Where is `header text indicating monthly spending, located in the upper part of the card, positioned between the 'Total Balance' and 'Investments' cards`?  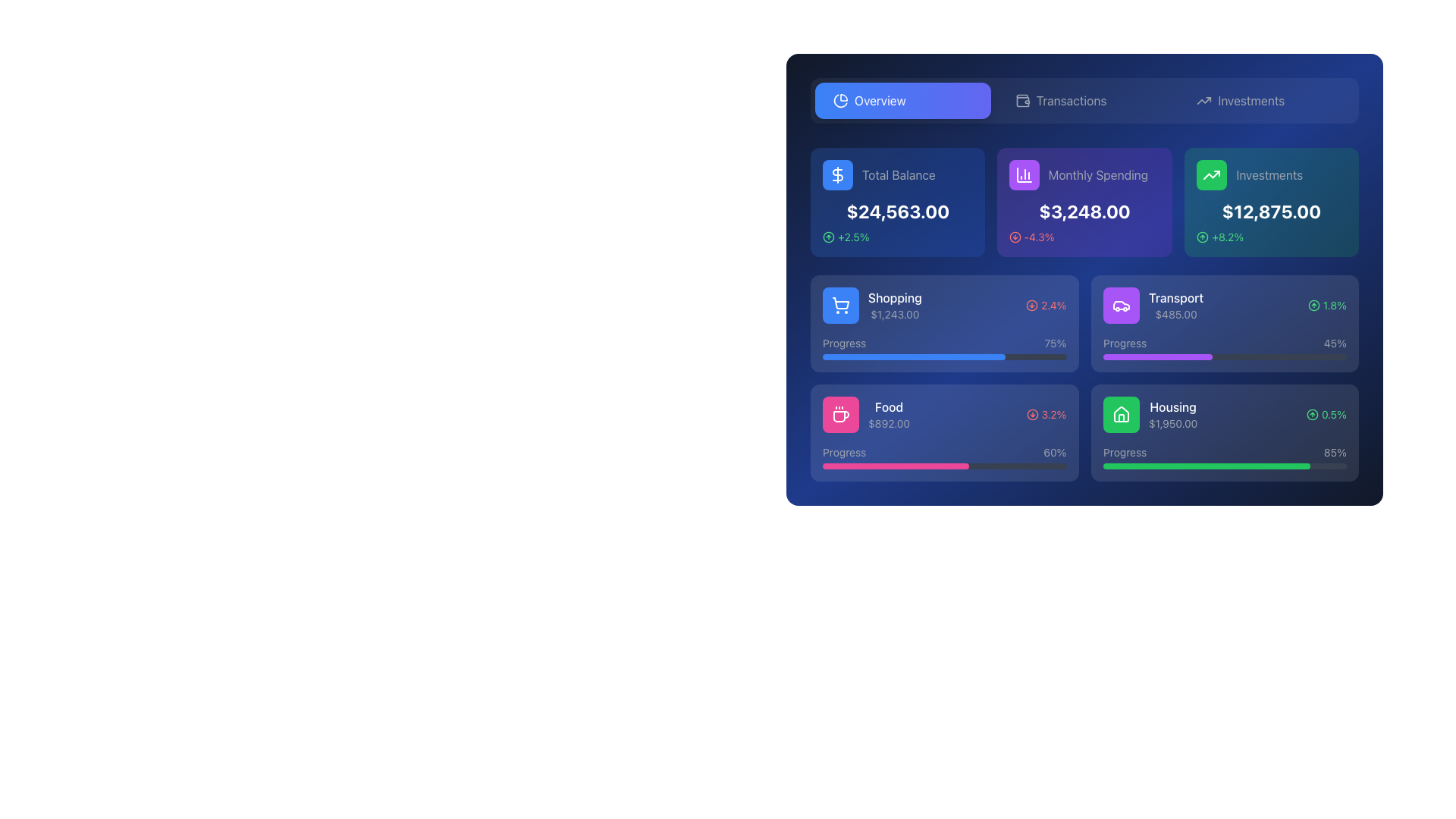
header text indicating monthly spending, located in the upper part of the card, positioned between the 'Total Balance' and 'Investments' cards is located at coordinates (1084, 174).